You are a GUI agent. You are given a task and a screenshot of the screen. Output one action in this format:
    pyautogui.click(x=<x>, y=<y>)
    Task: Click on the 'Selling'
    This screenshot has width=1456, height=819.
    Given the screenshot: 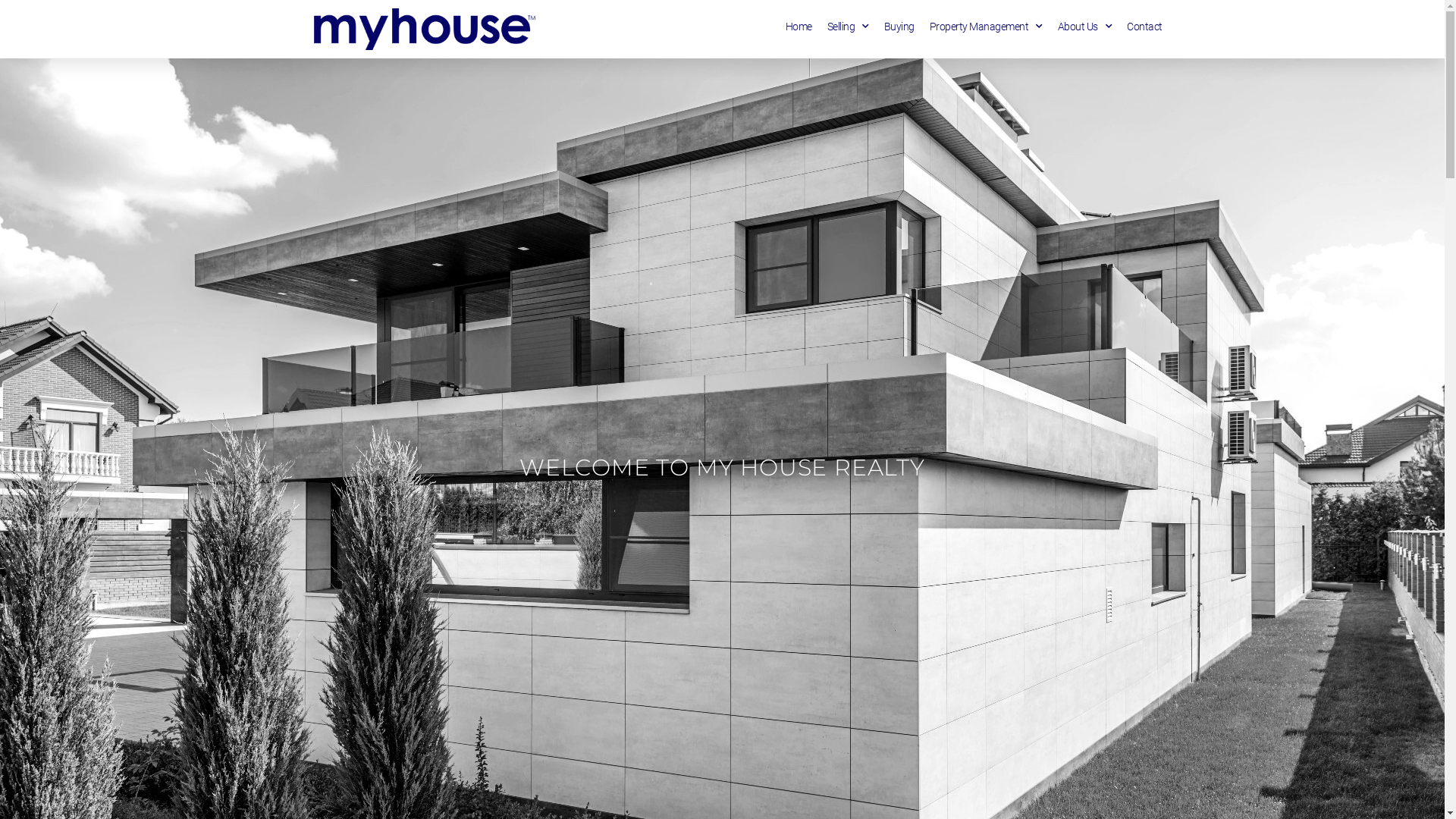 What is the action you would take?
    pyautogui.click(x=846, y=26)
    